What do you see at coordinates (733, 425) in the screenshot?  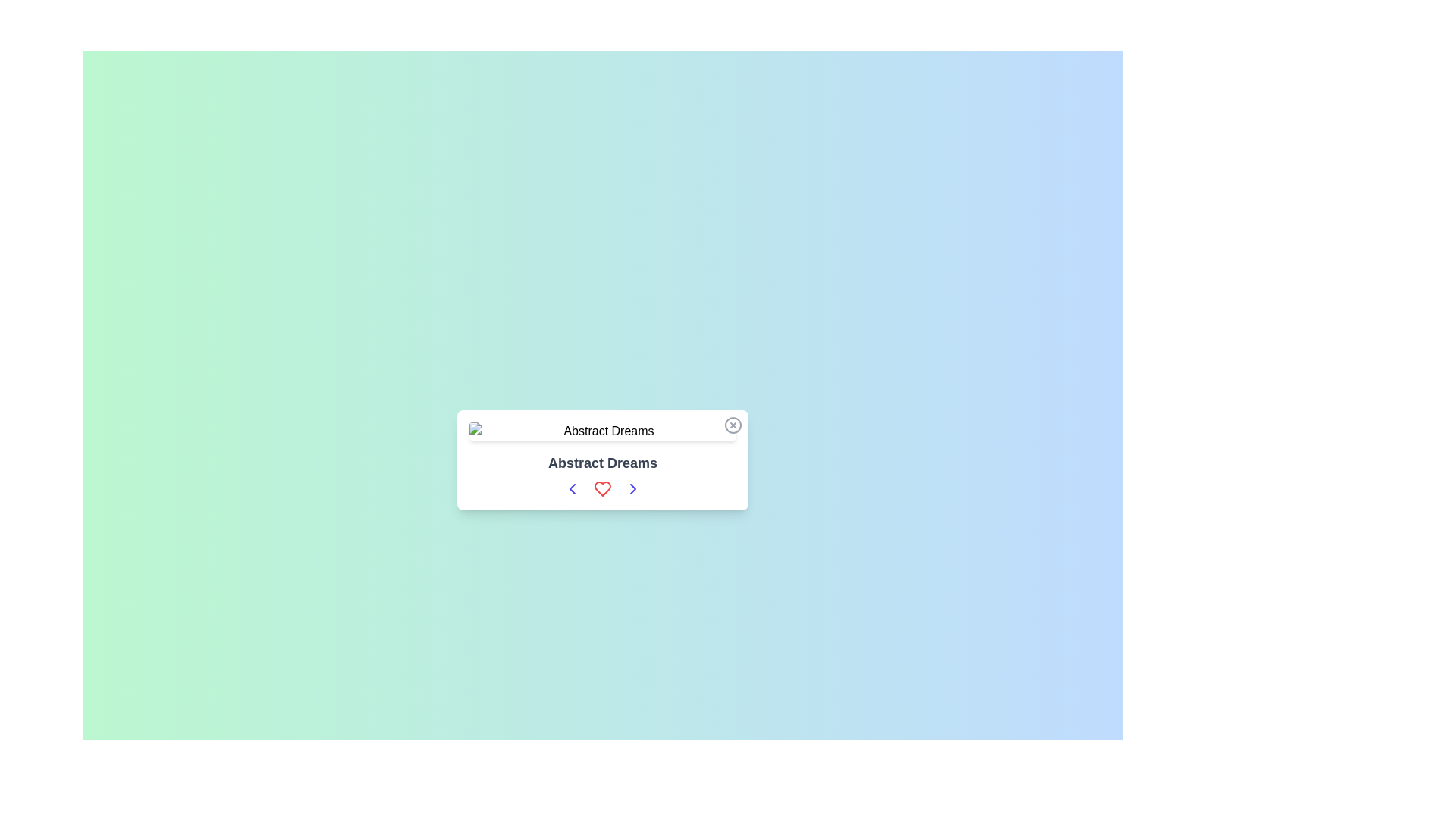 I see `the circular button with a thin border and an X mark at the top-right corner of the UI card` at bounding box center [733, 425].